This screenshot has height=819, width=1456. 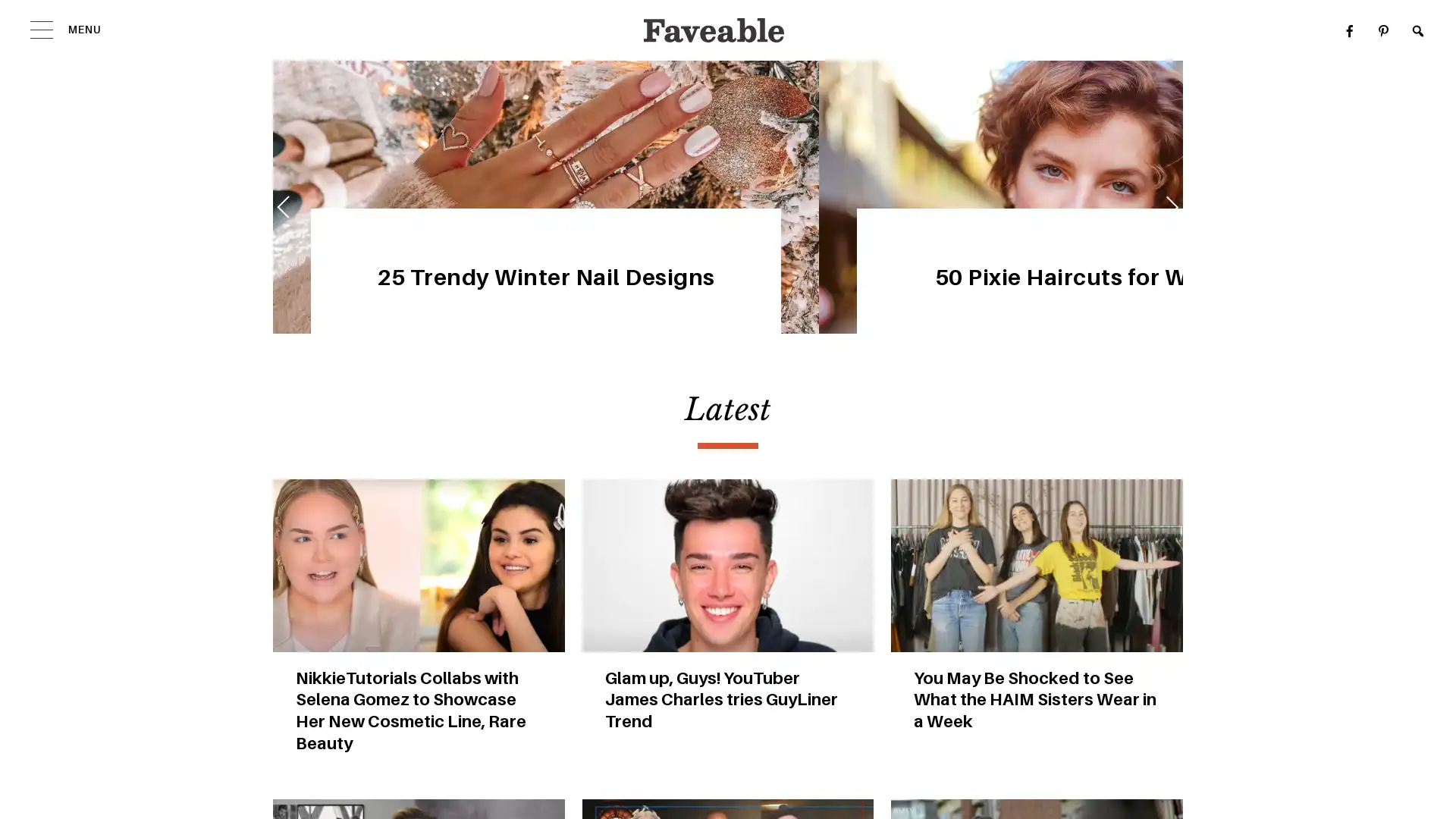 I want to click on MENU, so click(x=105, y=30).